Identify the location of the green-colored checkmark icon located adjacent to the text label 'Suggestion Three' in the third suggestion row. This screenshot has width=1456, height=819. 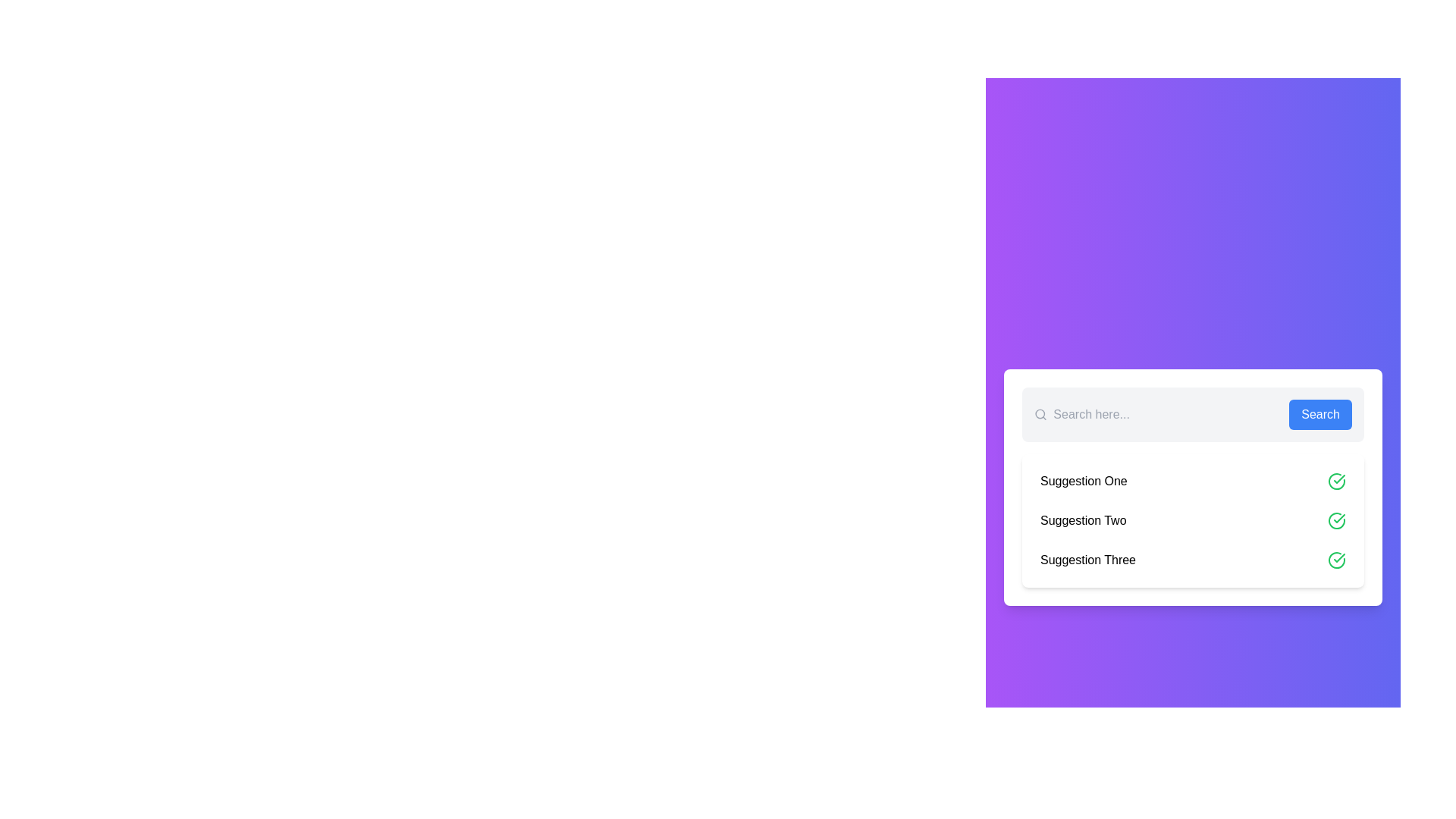
(1339, 517).